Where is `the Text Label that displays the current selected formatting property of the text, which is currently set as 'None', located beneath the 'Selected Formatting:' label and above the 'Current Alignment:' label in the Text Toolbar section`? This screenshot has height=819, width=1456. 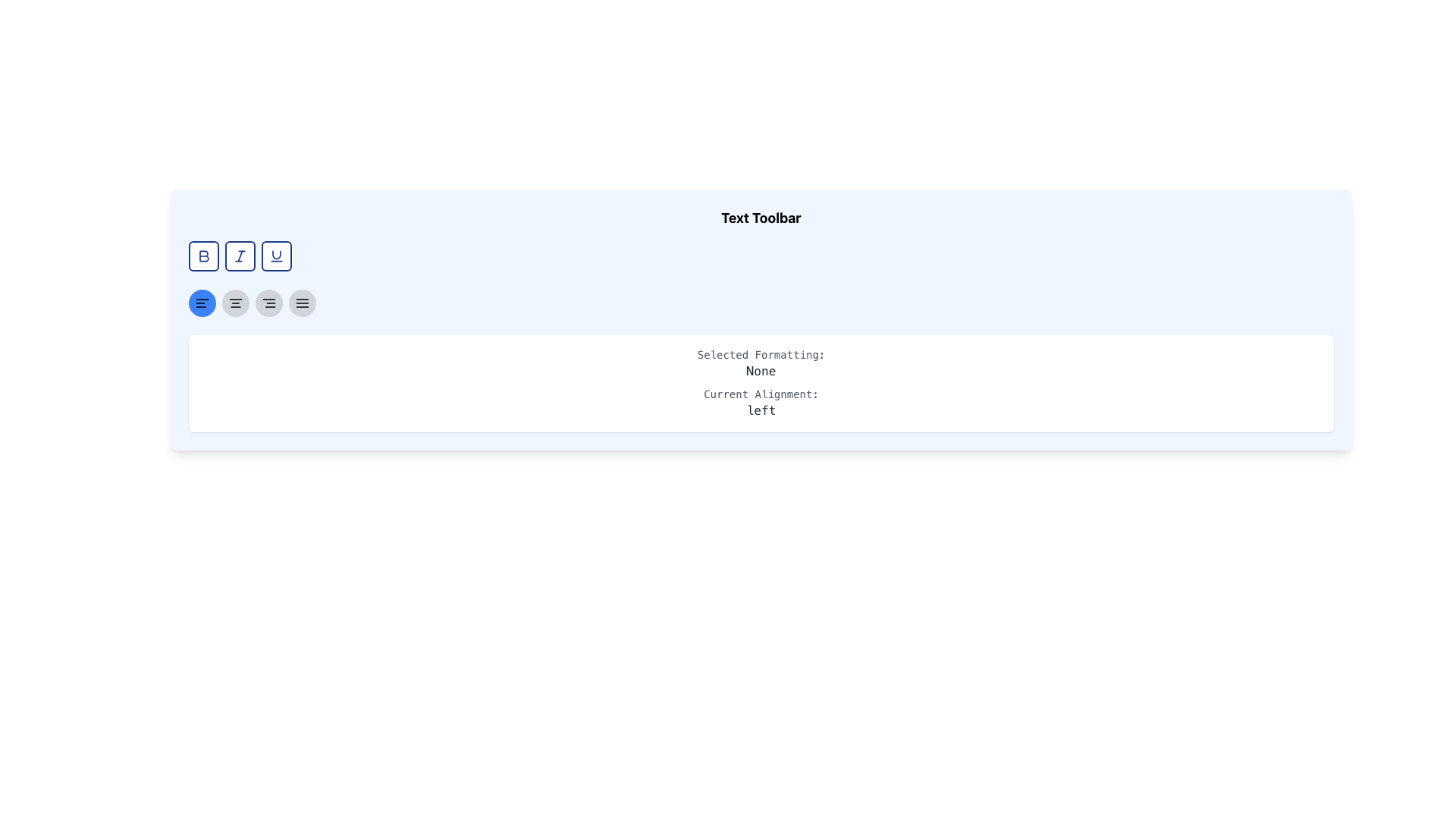 the Text Label that displays the current selected formatting property of the text, which is currently set as 'None', located beneath the 'Selected Formatting:' label and above the 'Current Alignment:' label in the Text Toolbar section is located at coordinates (761, 371).